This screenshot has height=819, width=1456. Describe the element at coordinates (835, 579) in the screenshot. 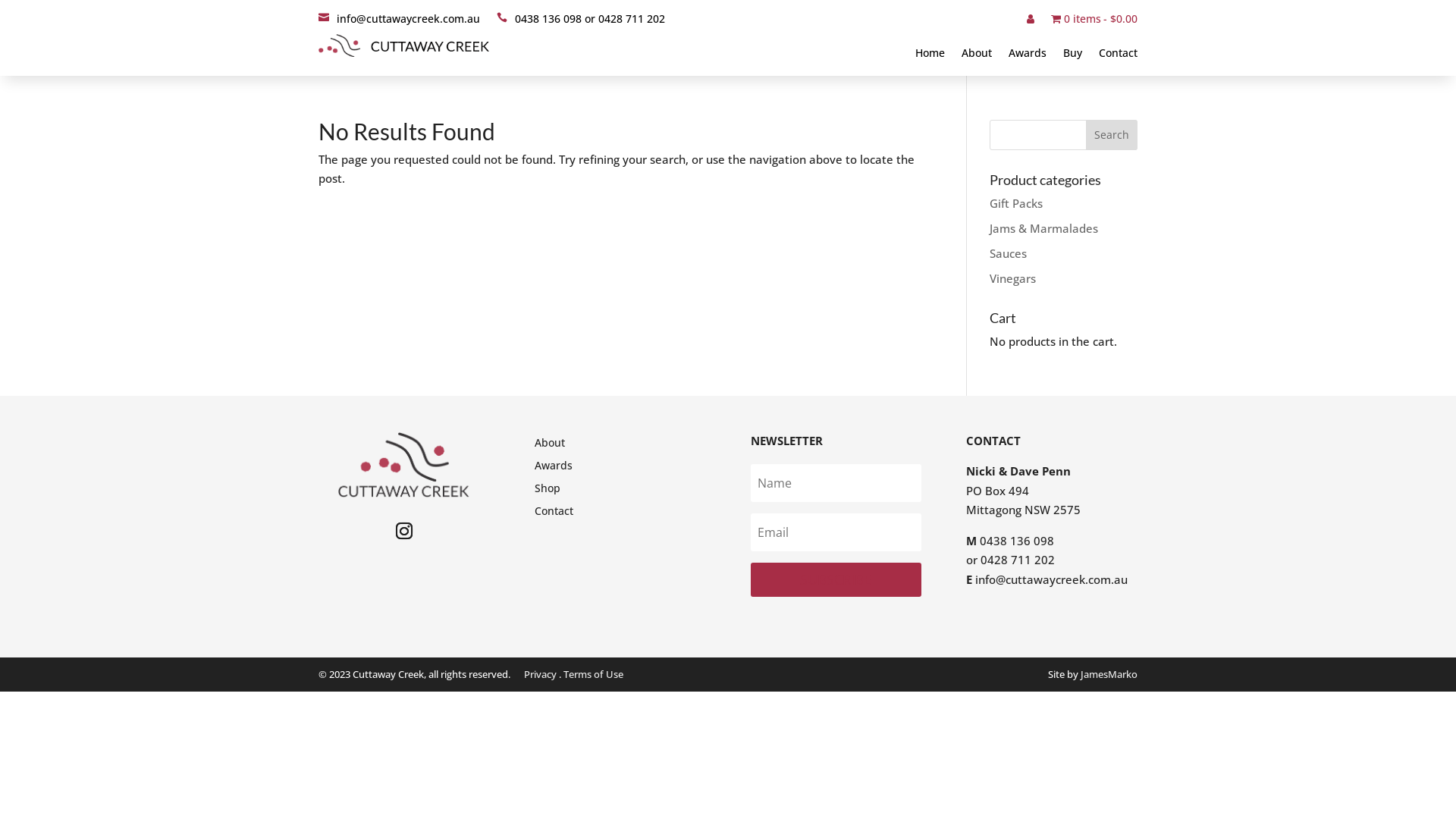

I see `'SUBSCRIBE'` at that location.